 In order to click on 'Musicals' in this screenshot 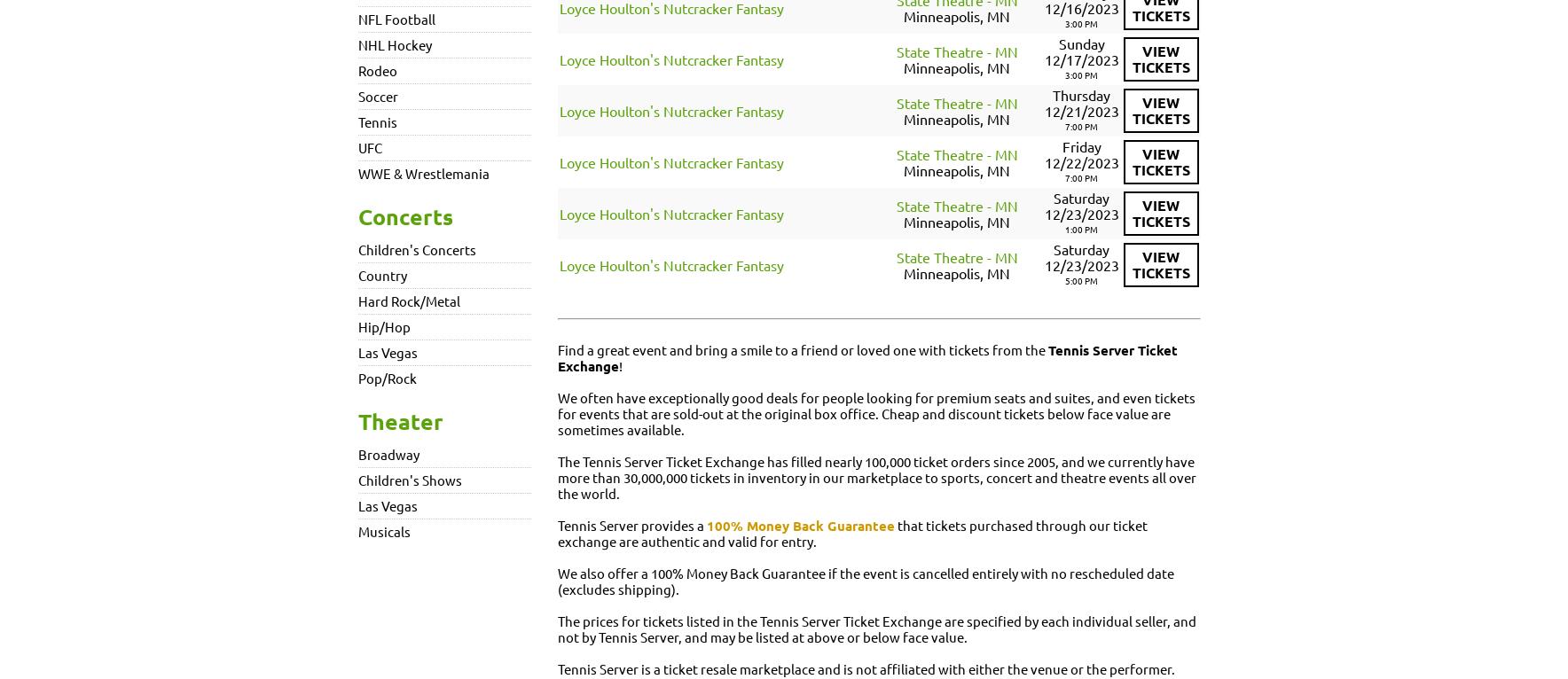, I will do `click(384, 531)`.